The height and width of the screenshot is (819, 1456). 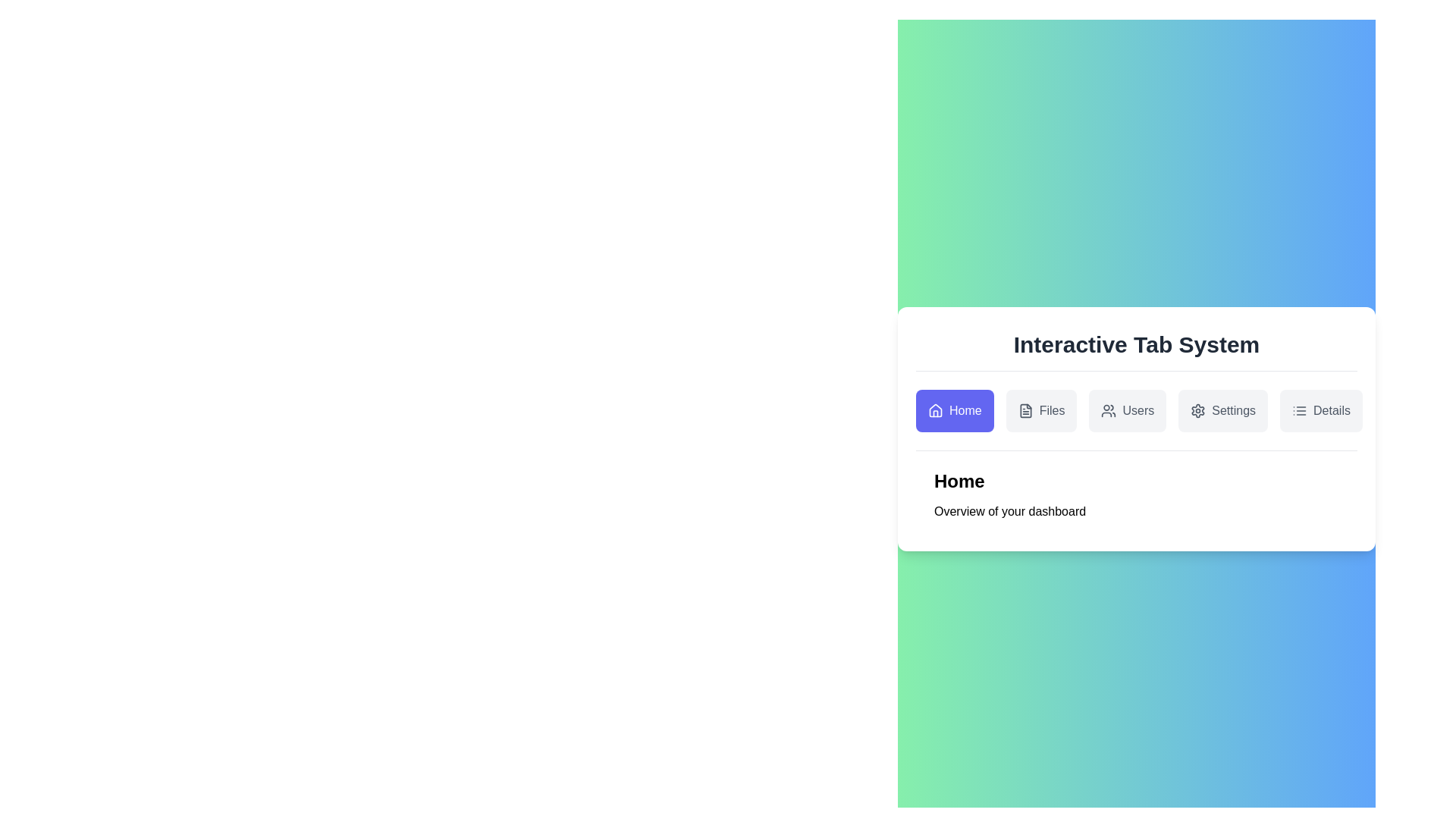 What do you see at coordinates (954, 411) in the screenshot?
I see `the purple 'Home' button with a white house icon` at bounding box center [954, 411].